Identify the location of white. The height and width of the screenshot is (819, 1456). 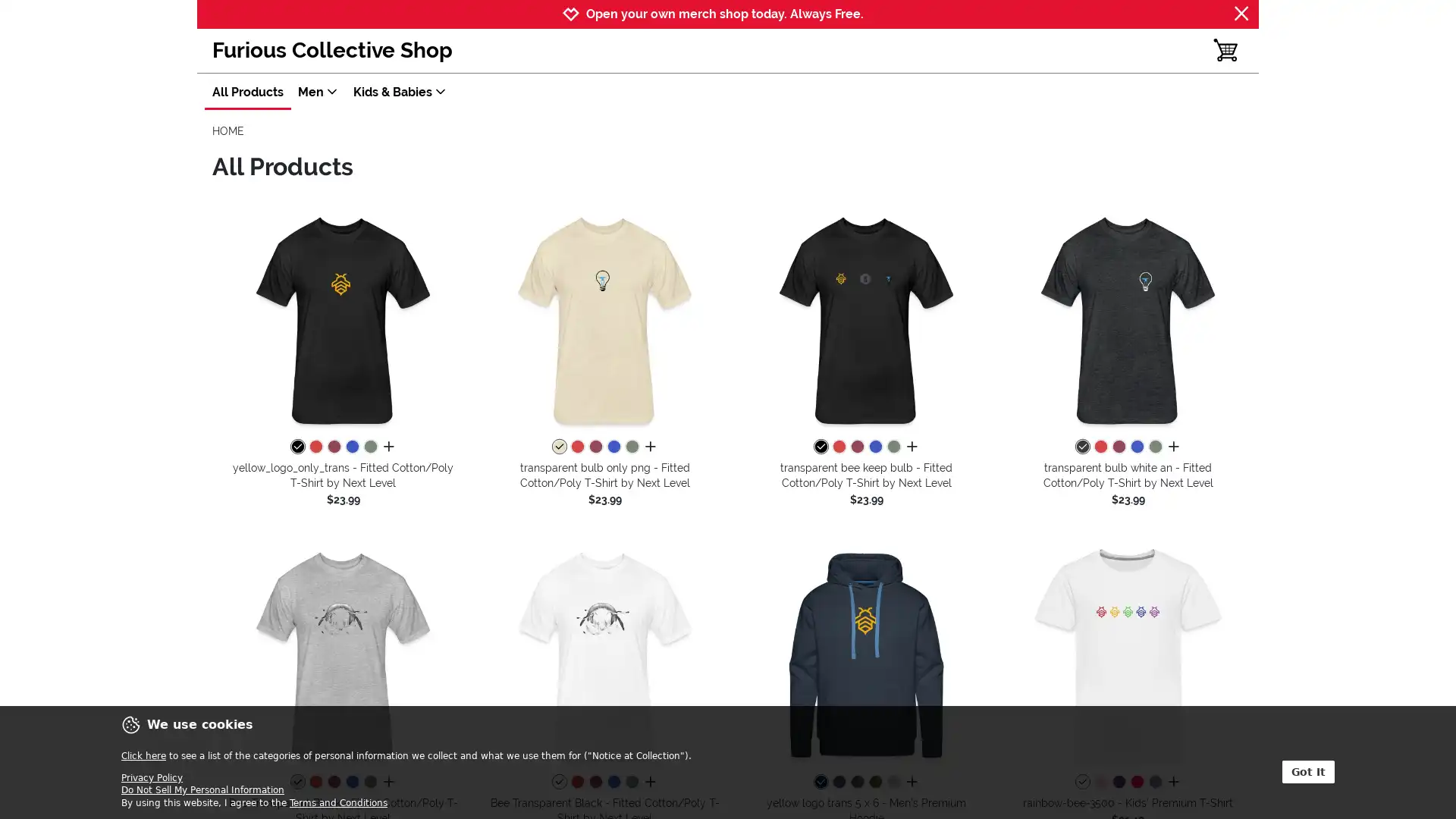
(558, 783).